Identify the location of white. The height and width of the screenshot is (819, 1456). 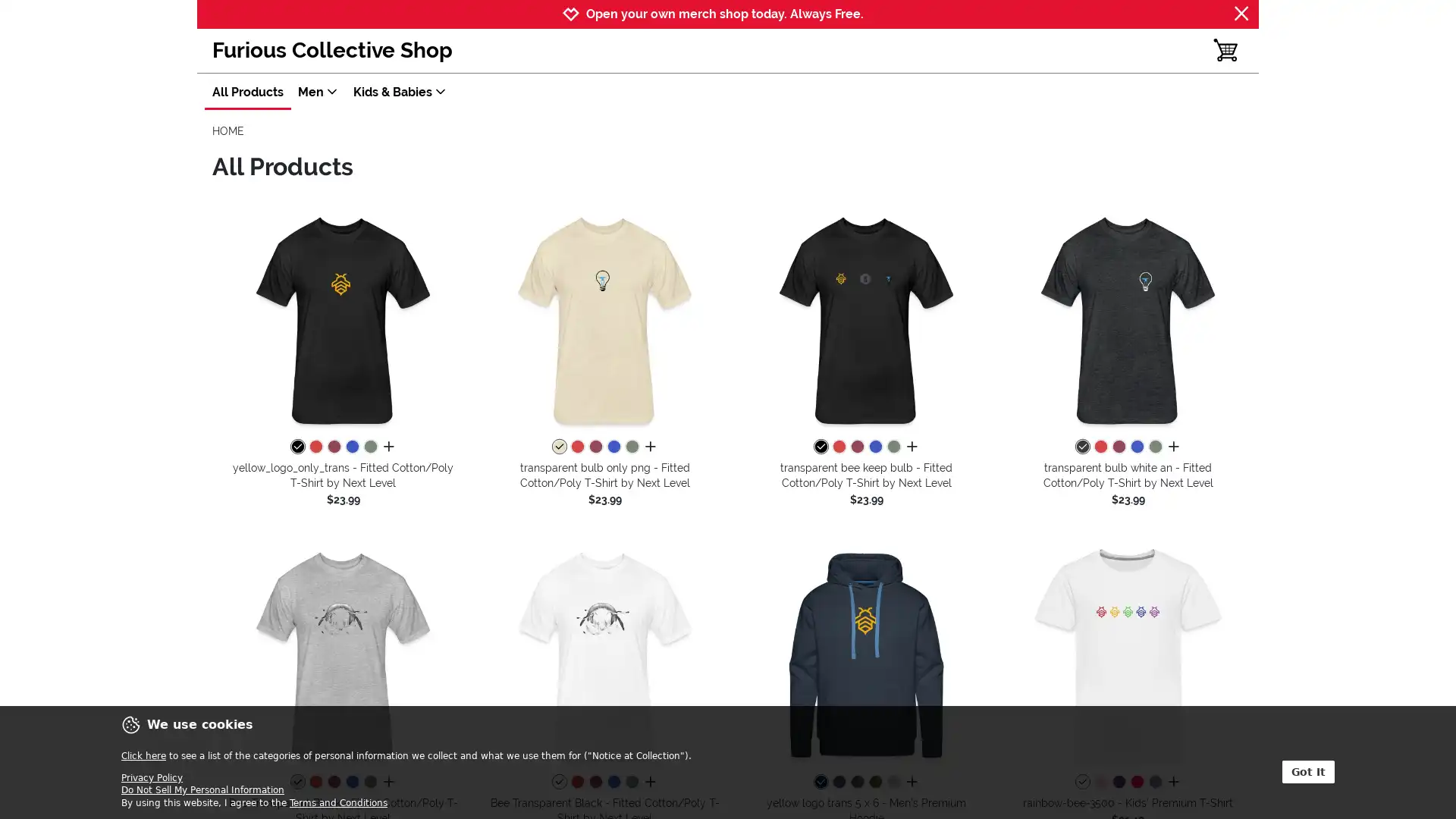
(558, 783).